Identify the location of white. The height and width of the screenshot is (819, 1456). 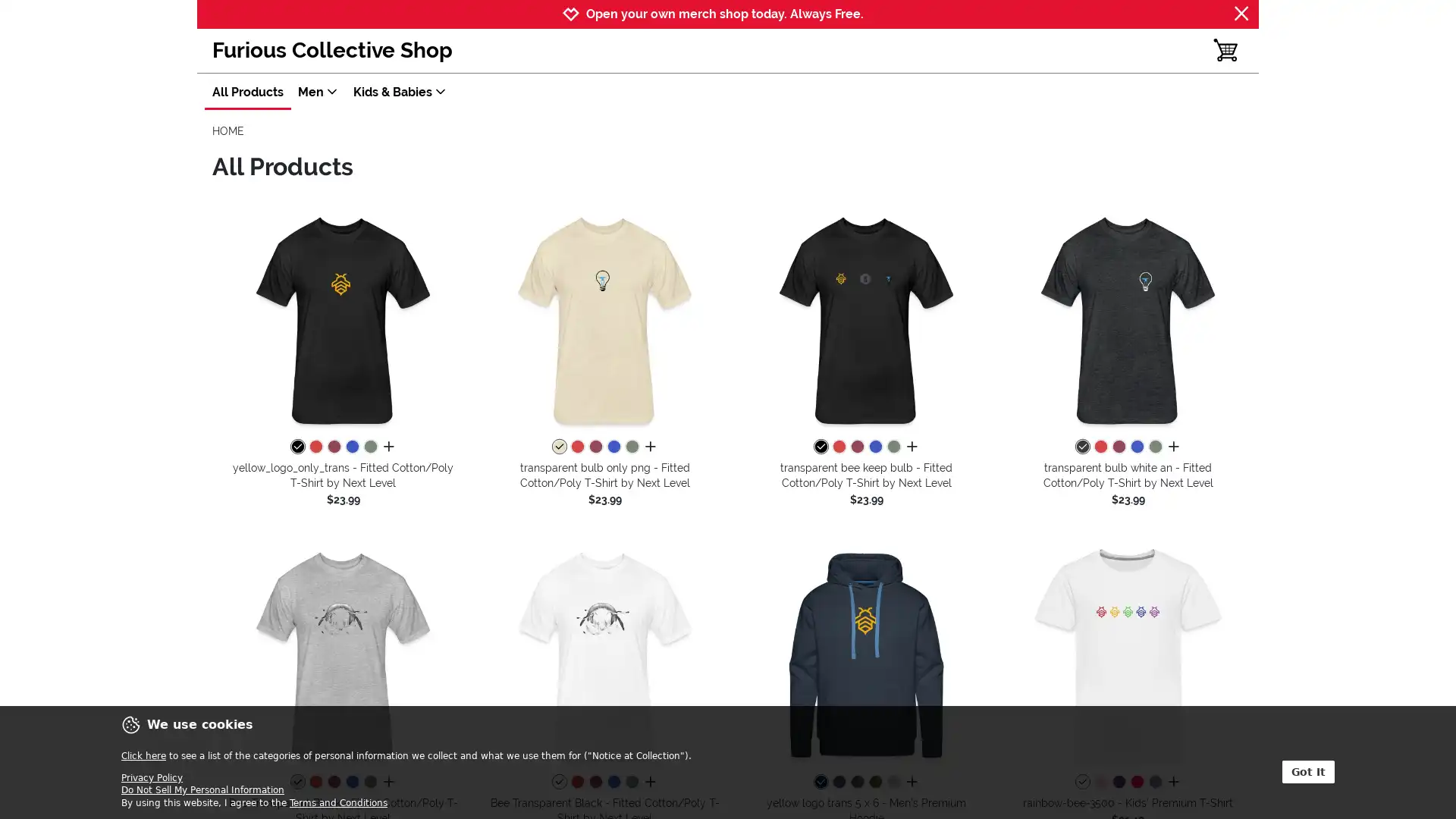
(558, 783).